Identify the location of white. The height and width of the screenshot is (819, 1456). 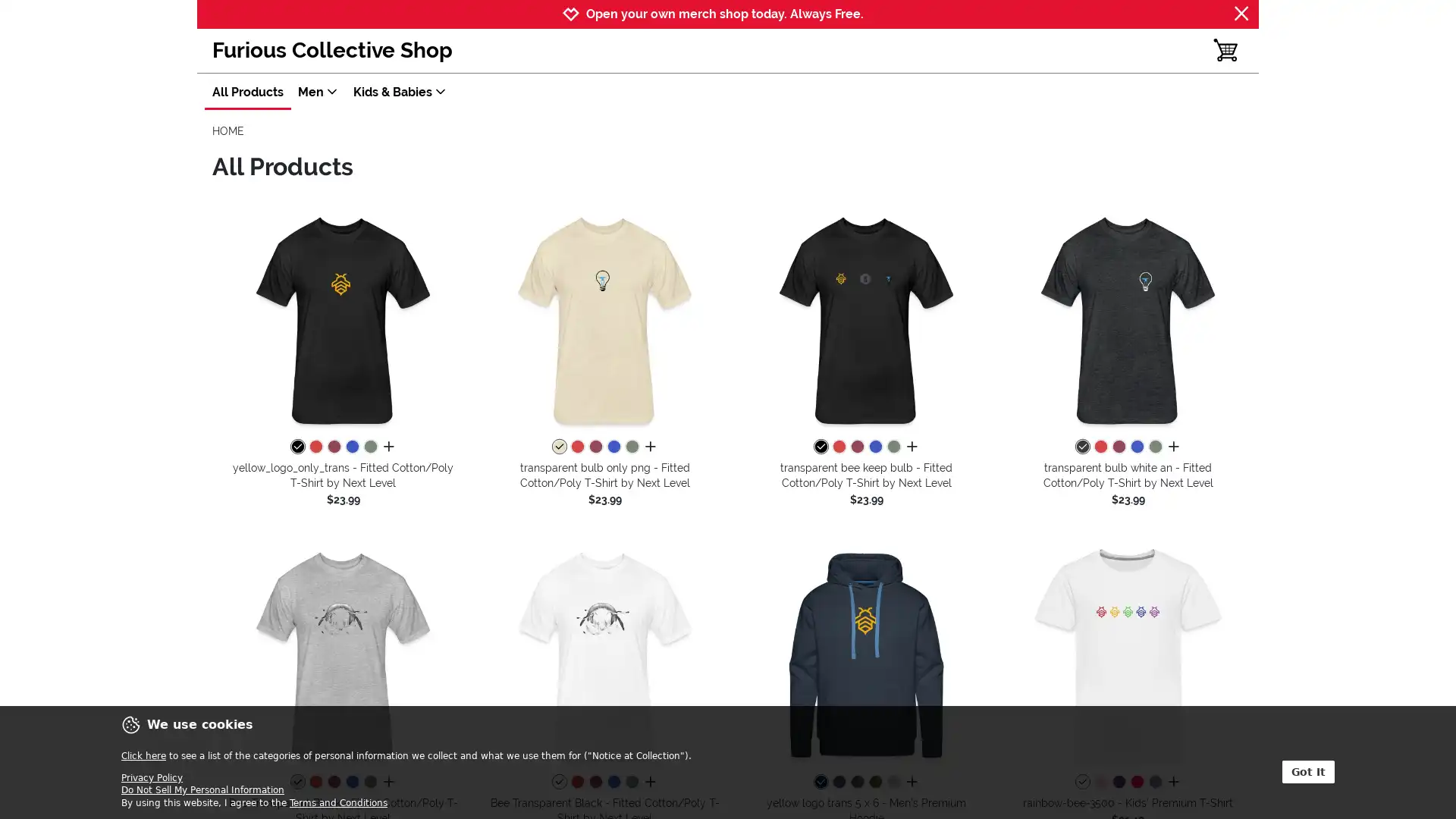
(558, 783).